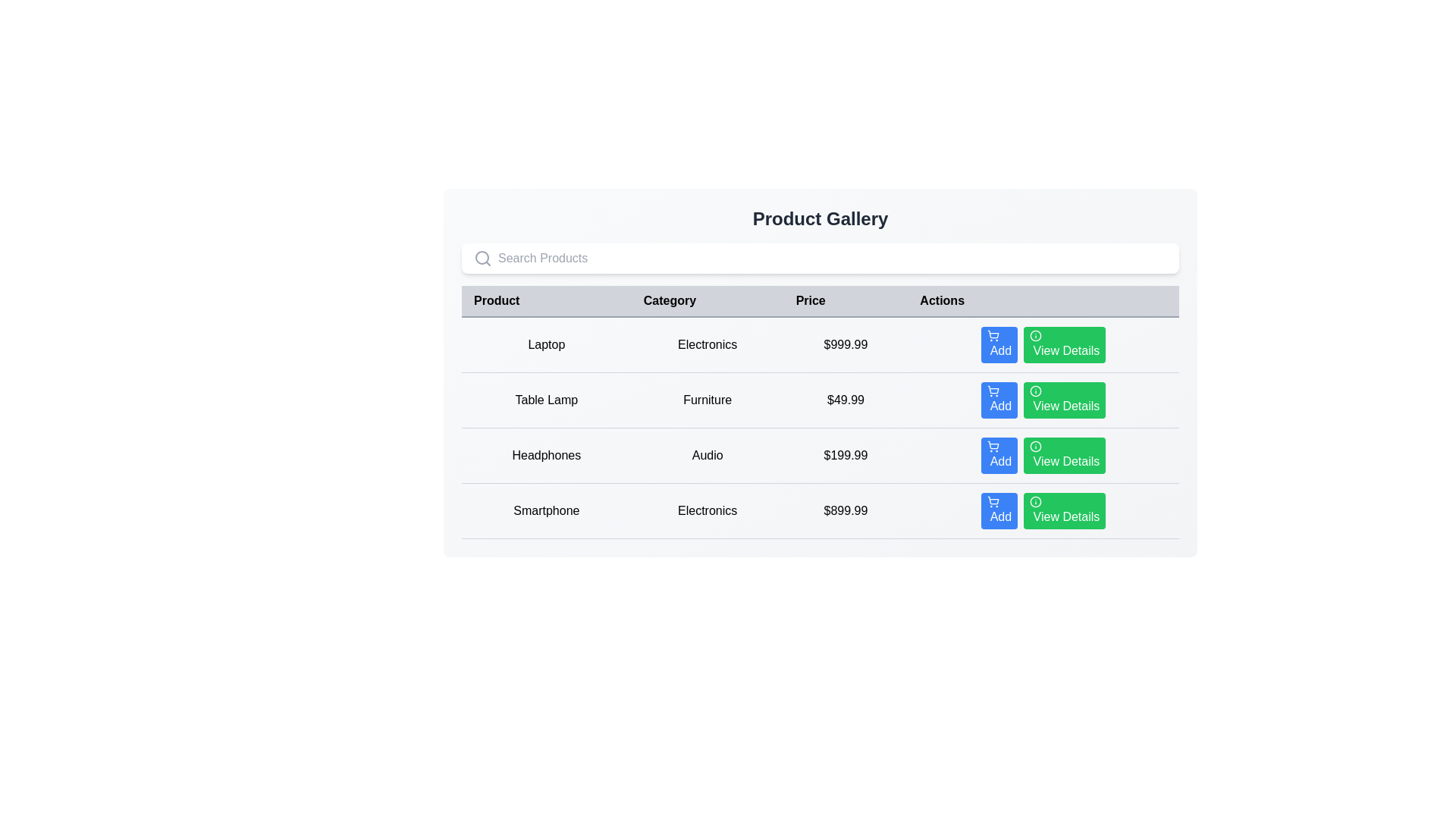 Image resolution: width=1456 pixels, height=819 pixels. I want to click on the two buttons in the 'Actions' column of the table row corresponding to the product 'Laptop', so click(1043, 344).